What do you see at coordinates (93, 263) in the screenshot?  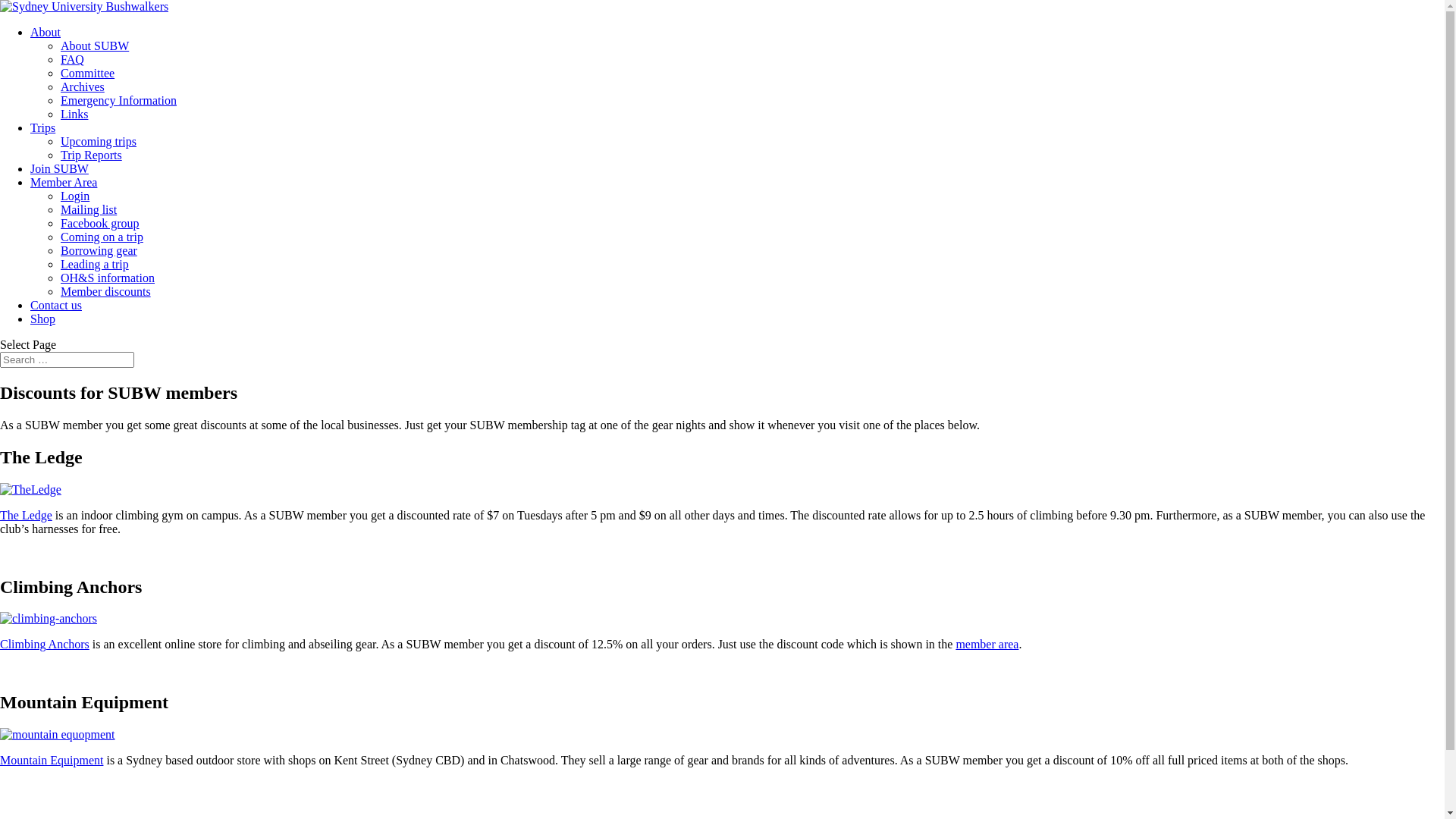 I see `'Leading a trip'` at bounding box center [93, 263].